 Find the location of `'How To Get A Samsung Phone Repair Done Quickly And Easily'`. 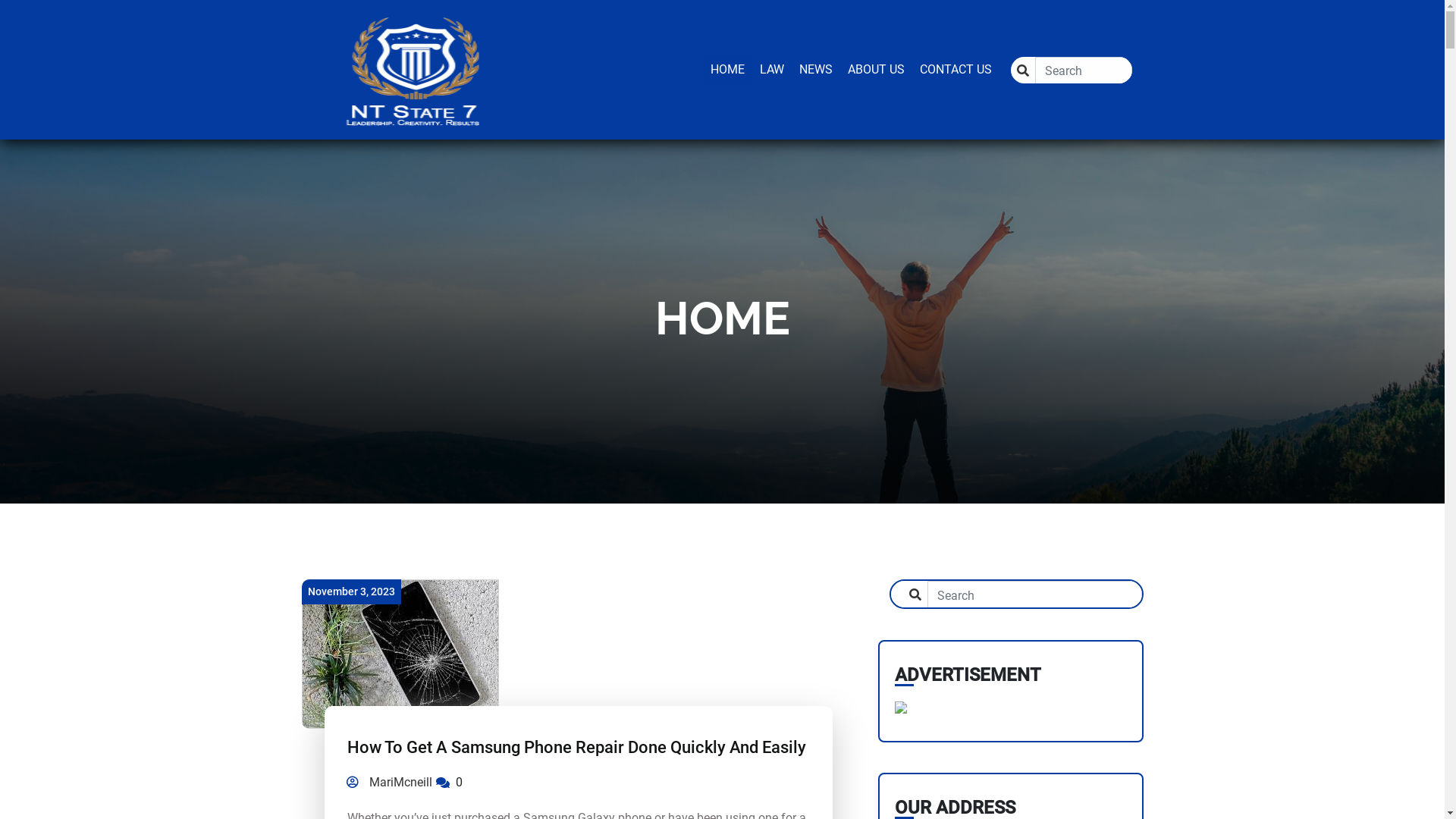

'How To Get A Samsung Phone Repair Done Quickly And Easily' is located at coordinates (346, 746).